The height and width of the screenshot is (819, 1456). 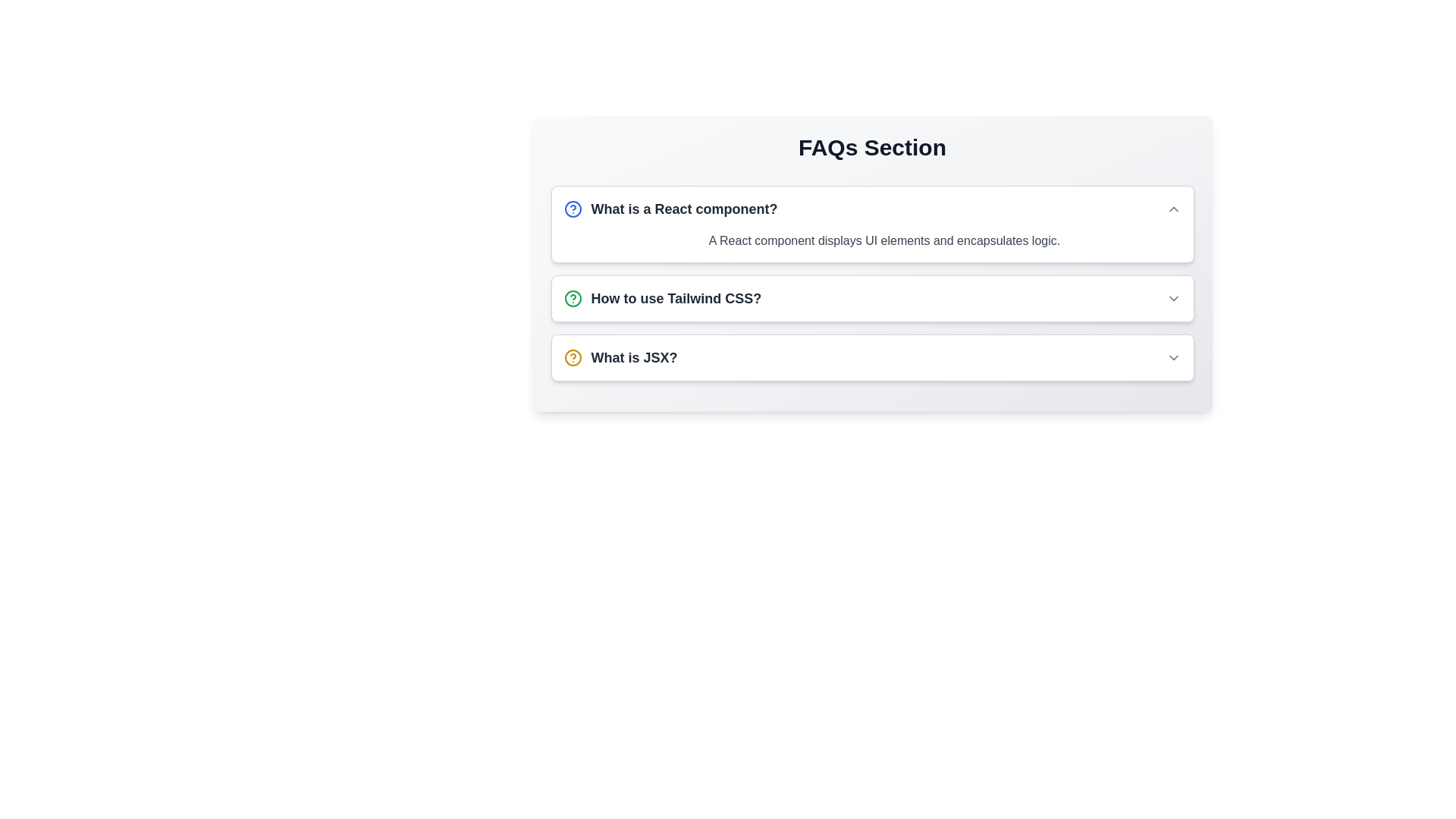 I want to click on 'Help' icon represented by a circle, located adjacent to the text 'What is a React component?' in the FAQ section, so click(x=572, y=209).